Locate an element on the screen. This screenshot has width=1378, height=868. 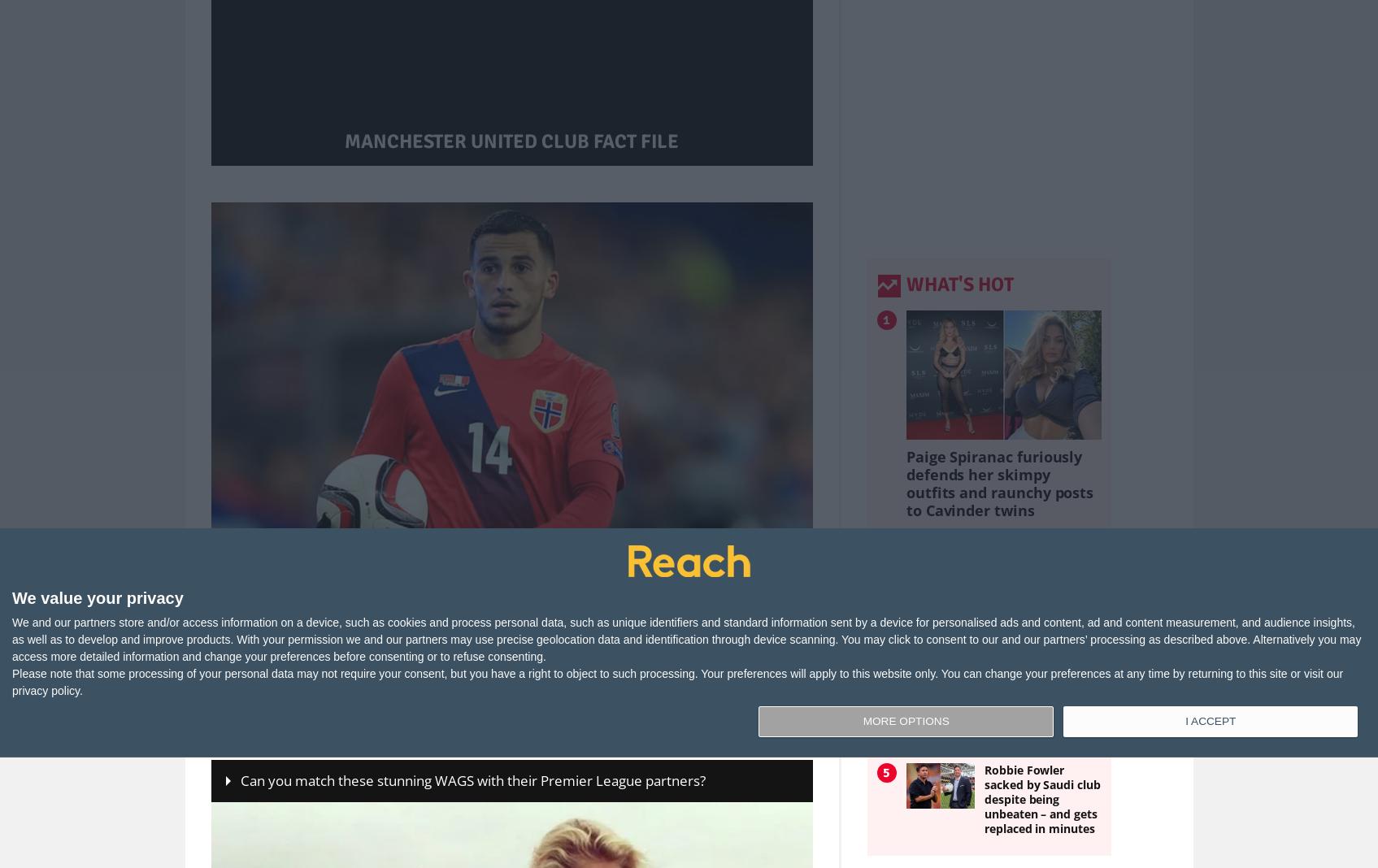
'Can you match these stunning WAGS with their Premier League partners?' is located at coordinates (472, 780).